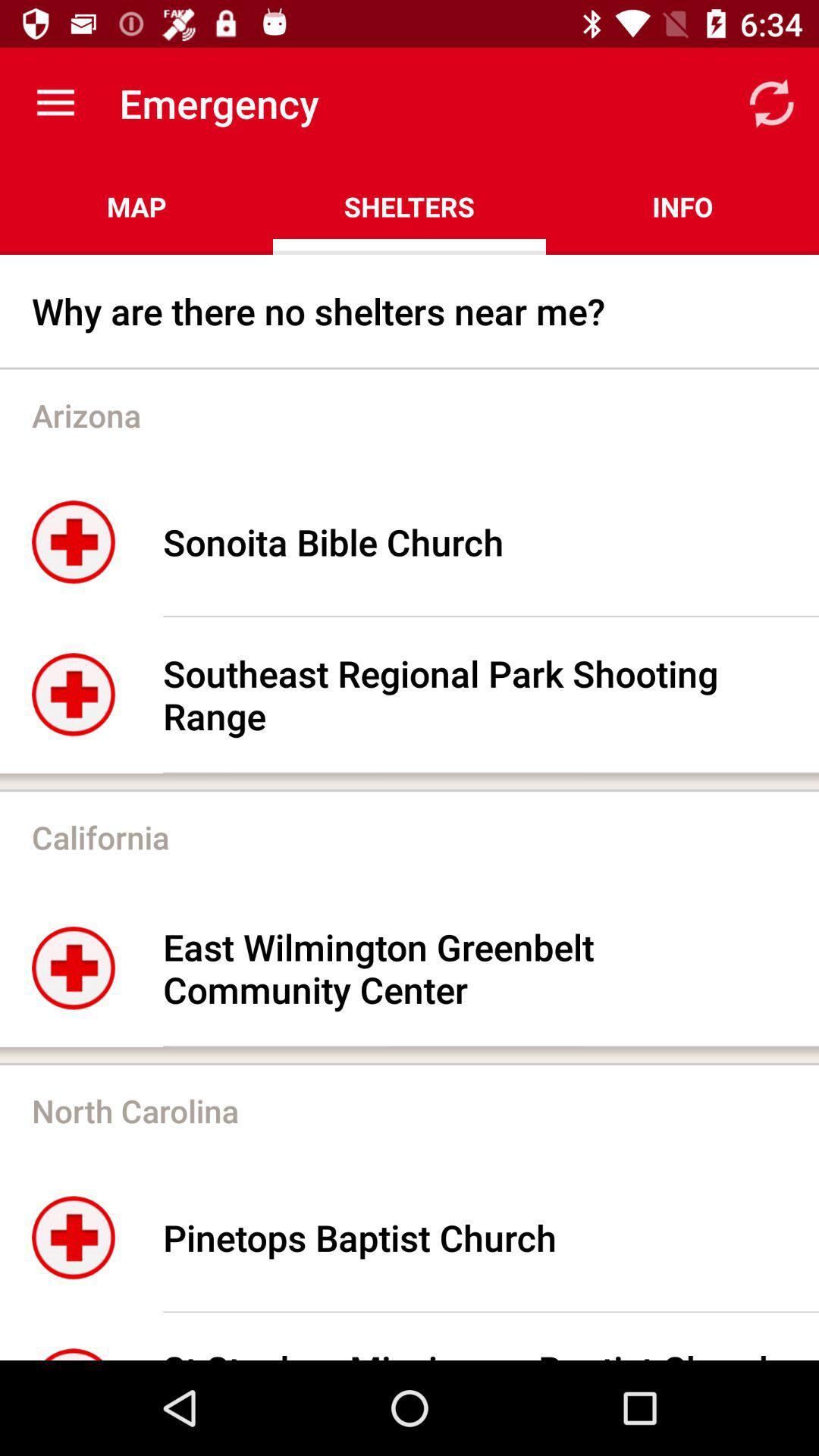 Image resolution: width=819 pixels, height=1456 pixels. I want to click on map, so click(136, 206).